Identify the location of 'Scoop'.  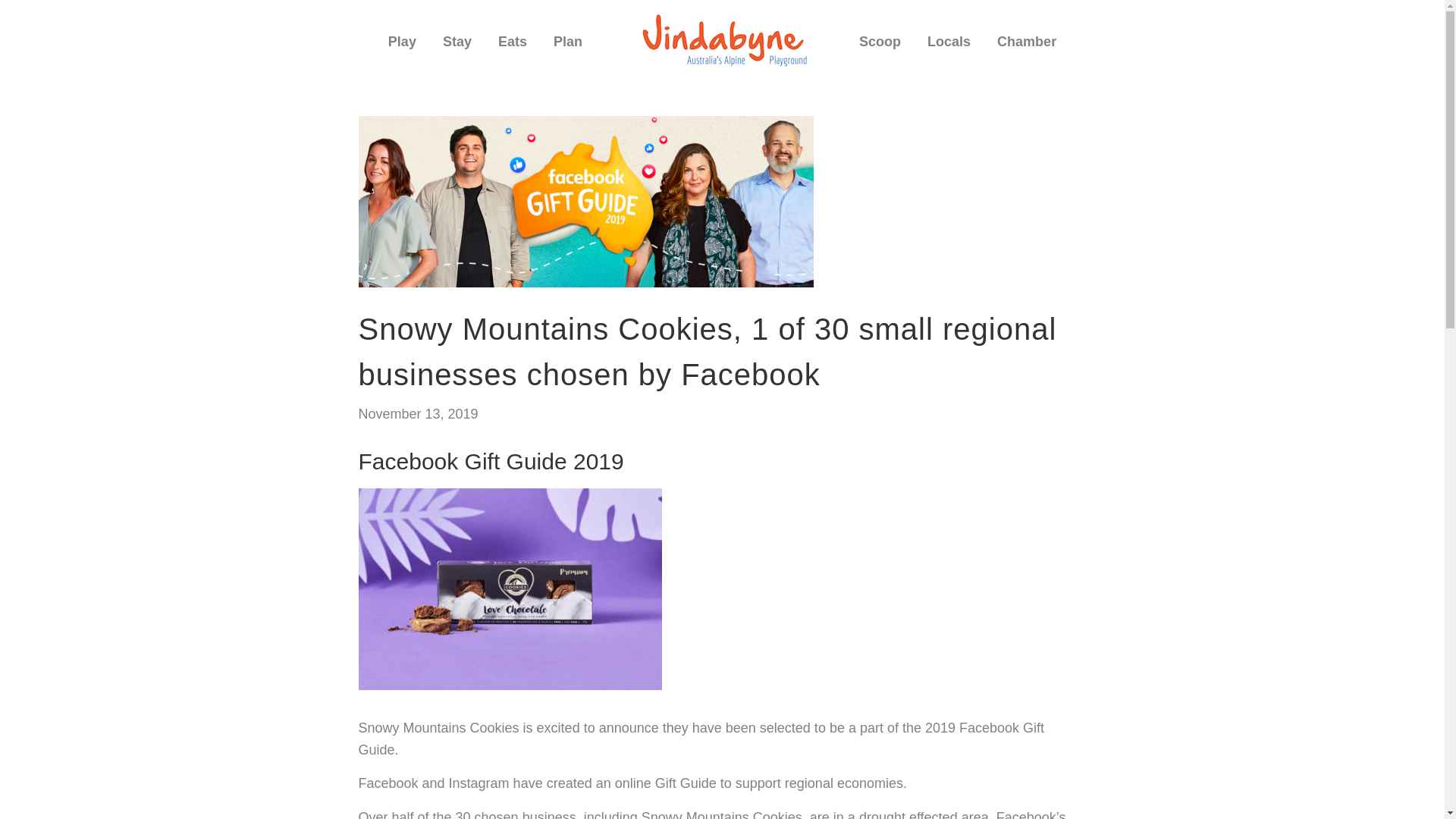
(880, 47).